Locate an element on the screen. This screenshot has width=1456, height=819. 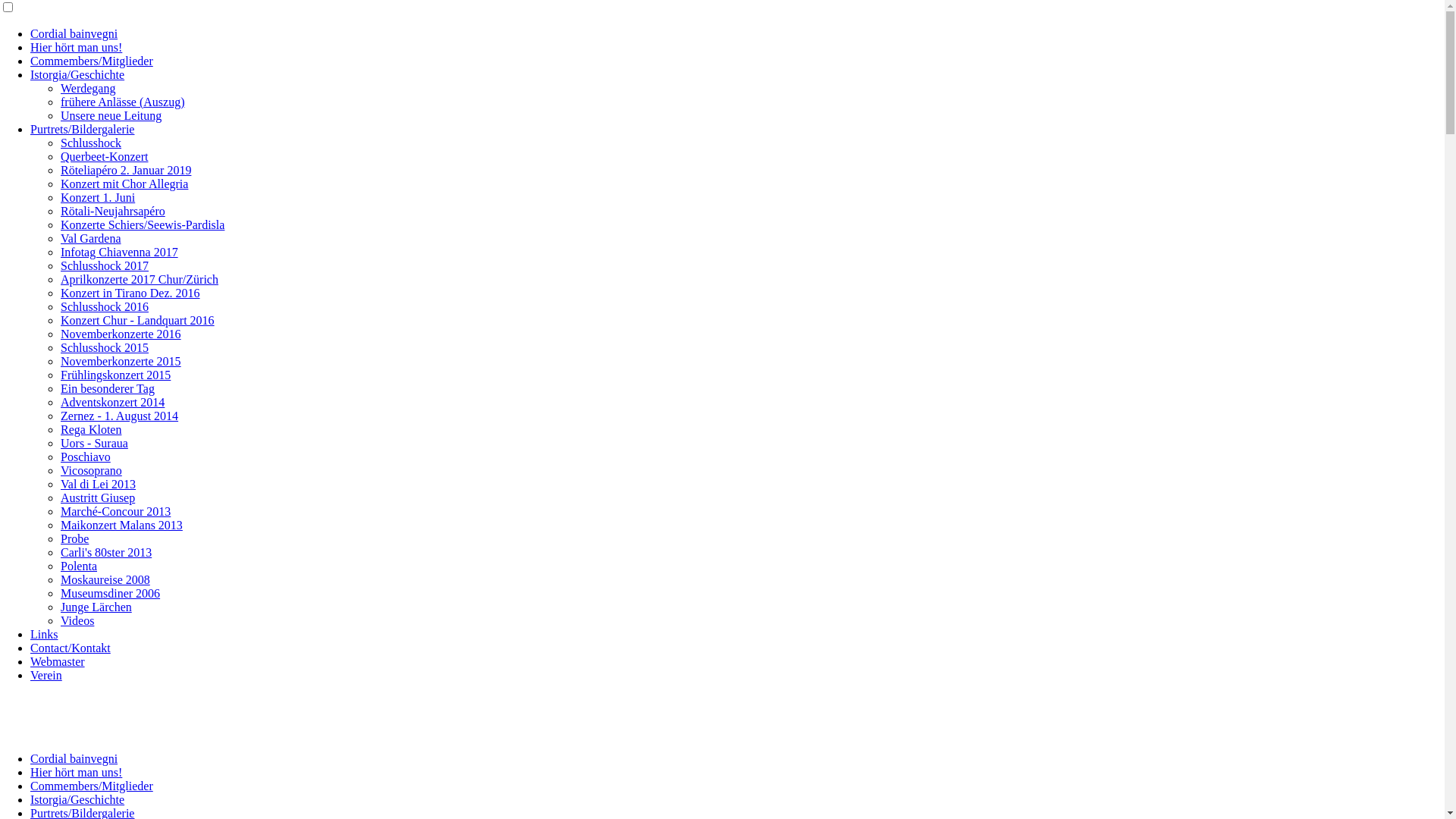
'Konzert in Tirano Dez. 2016' is located at coordinates (130, 293).